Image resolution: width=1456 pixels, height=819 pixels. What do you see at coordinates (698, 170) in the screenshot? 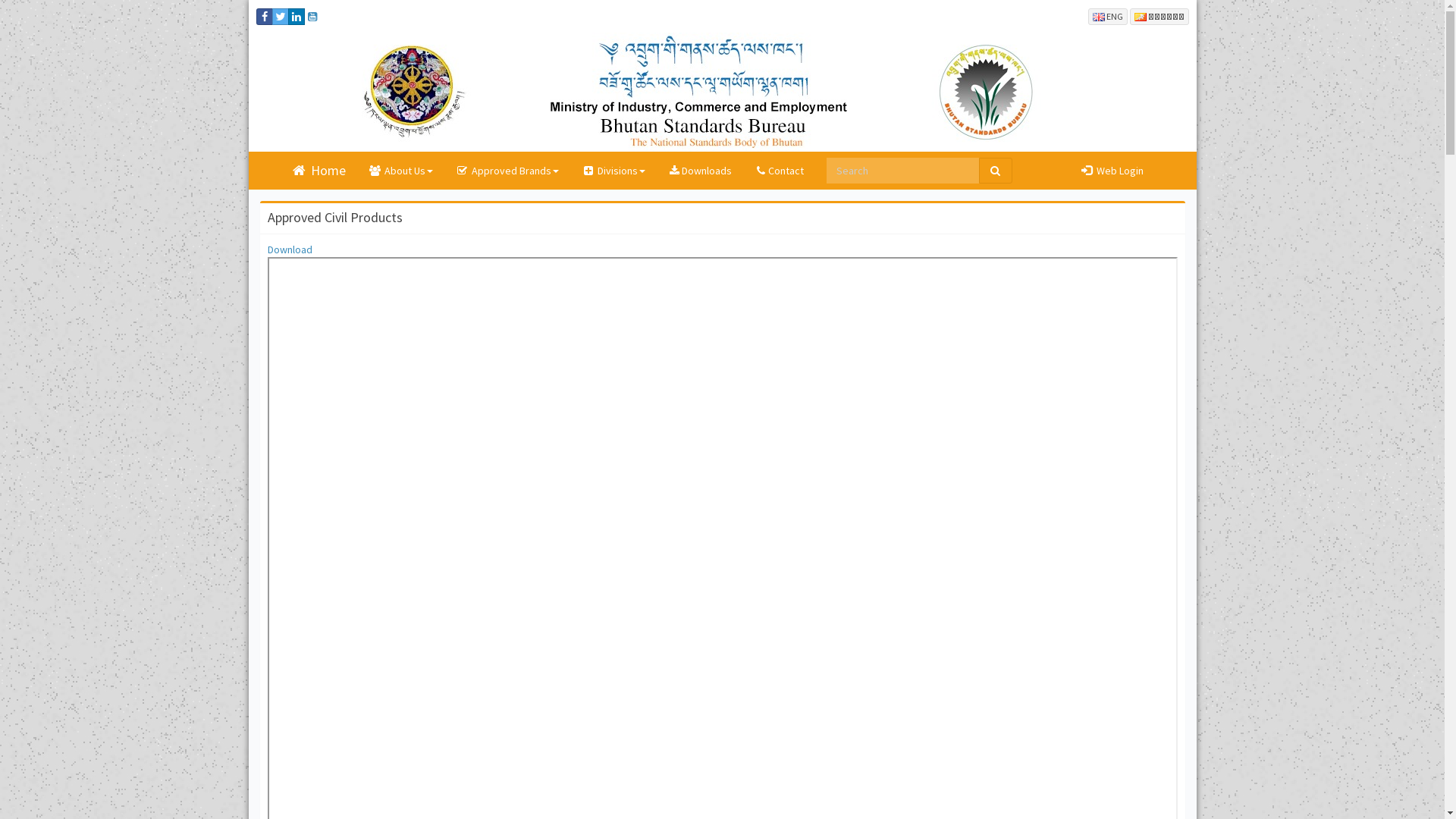
I see `'Downloads'` at bounding box center [698, 170].